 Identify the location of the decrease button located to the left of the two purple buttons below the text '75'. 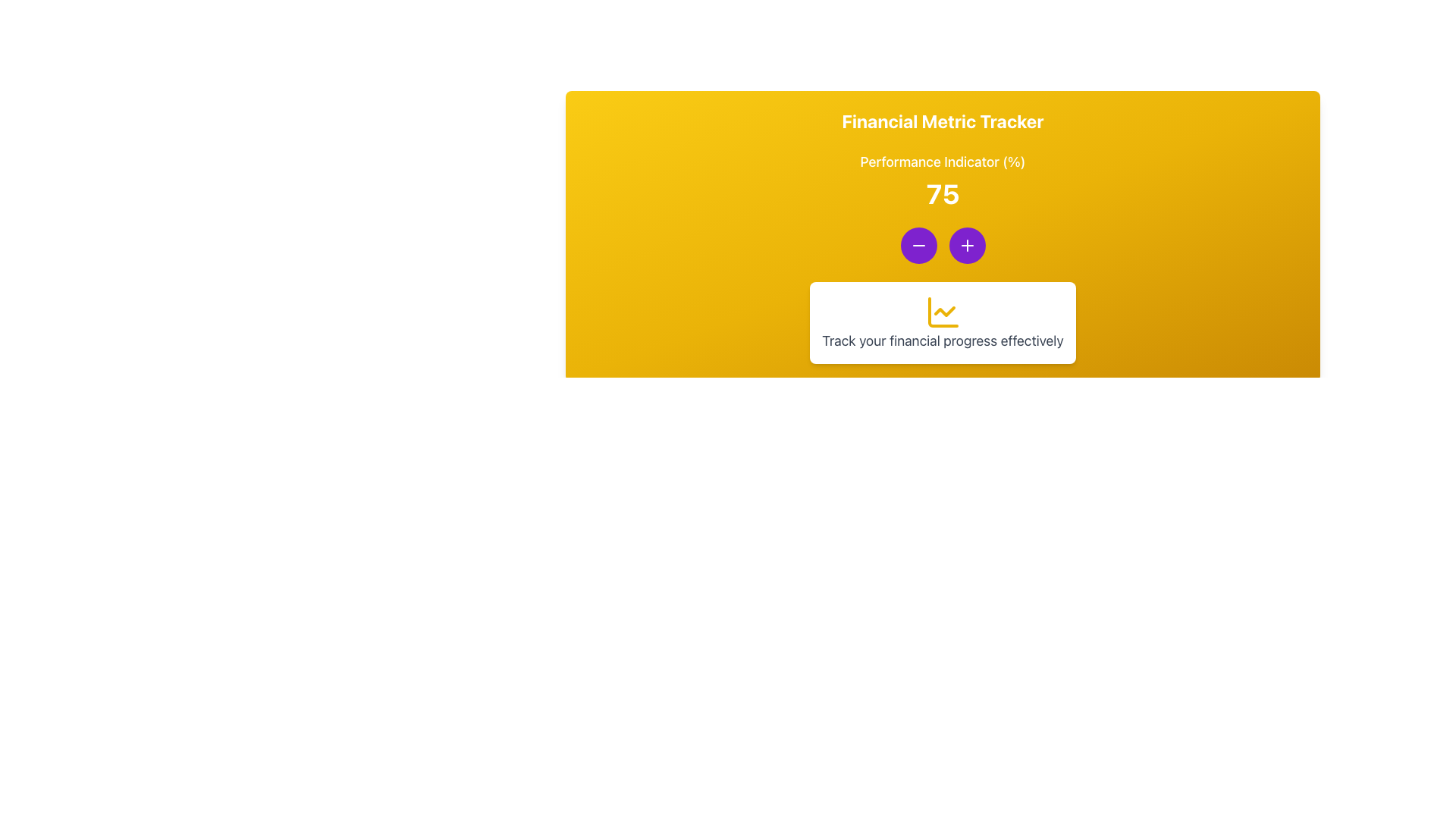
(918, 245).